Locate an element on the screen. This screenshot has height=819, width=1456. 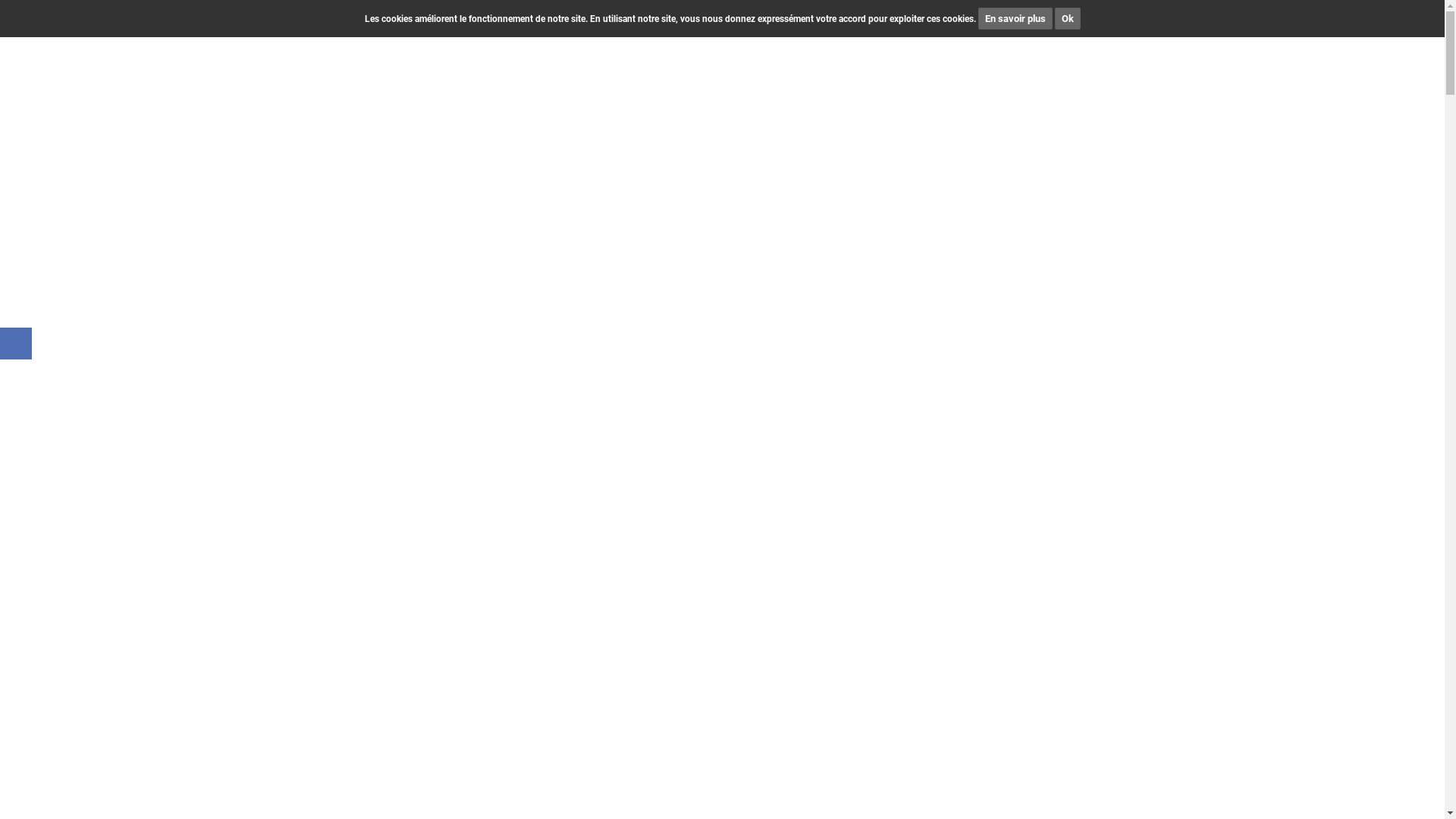
'Page Facebook de CIM Immobilier' is located at coordinates (0, 343).